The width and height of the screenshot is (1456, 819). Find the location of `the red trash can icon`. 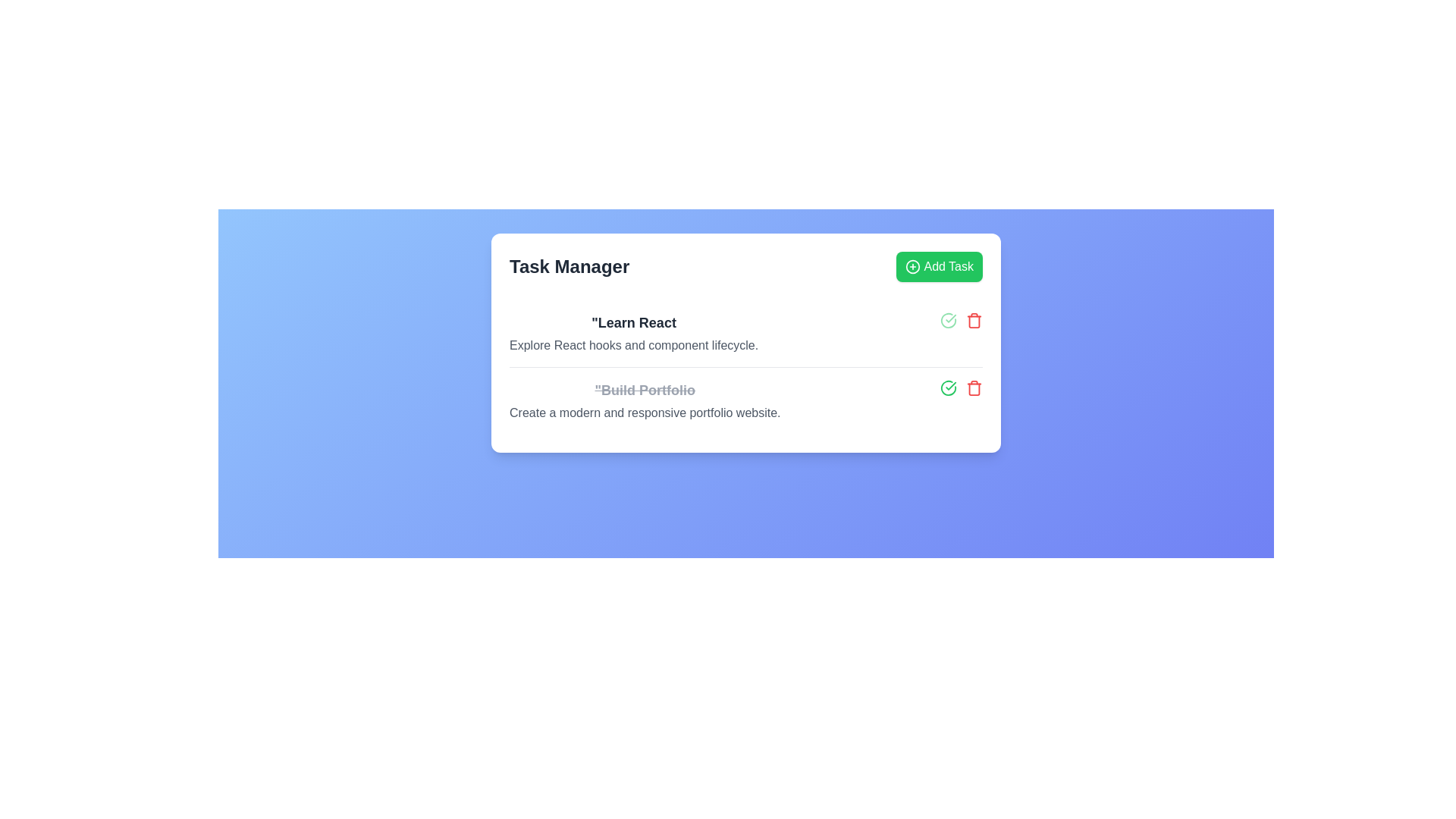

the red trash can icon is located at coordinates (974, 388).